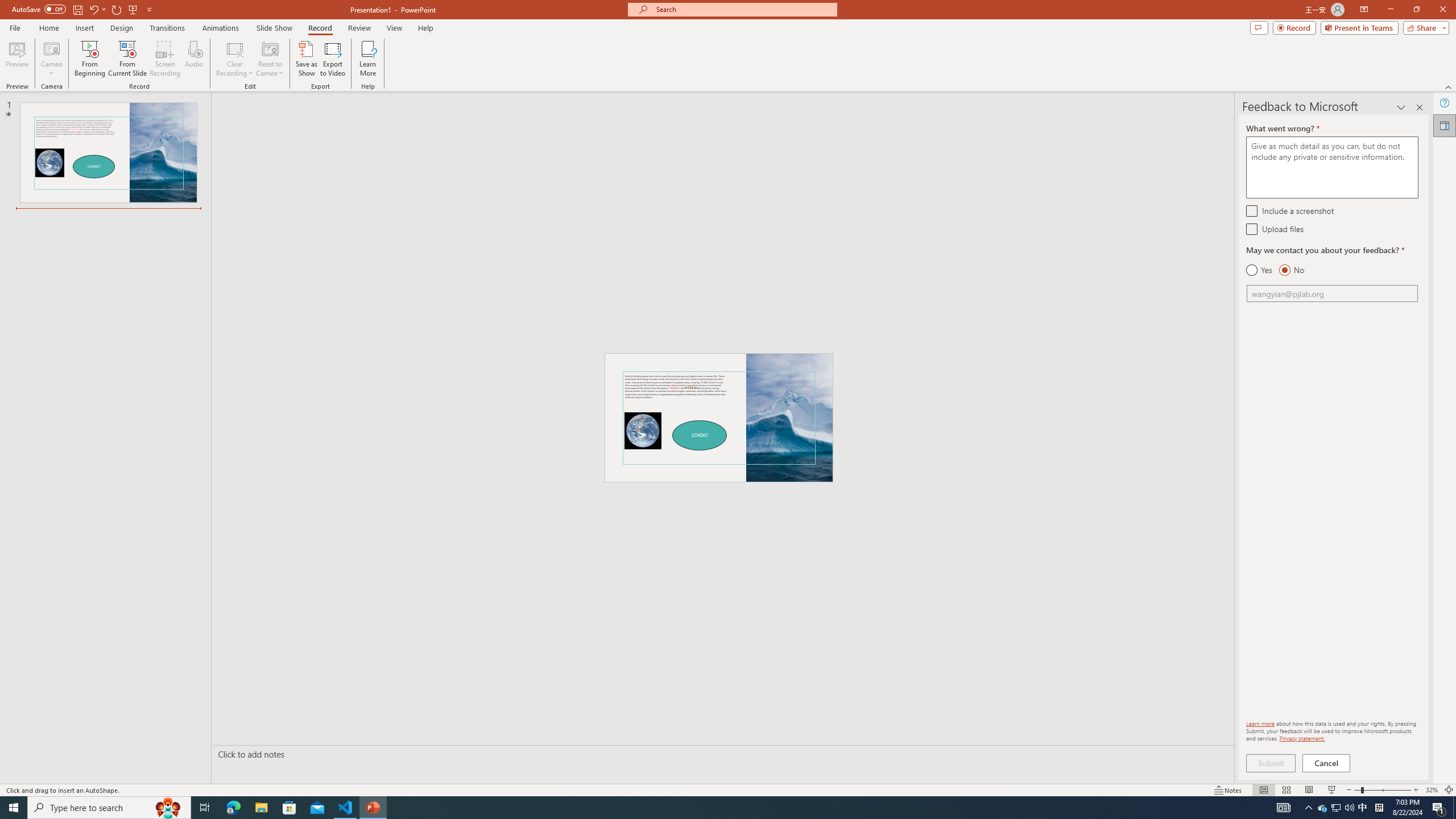 The height and width of the screenshot is (819, 1456). Describe the element at coordinates (269, 59) in the screenshot. I see `'Reset to Cameo'` at that location.